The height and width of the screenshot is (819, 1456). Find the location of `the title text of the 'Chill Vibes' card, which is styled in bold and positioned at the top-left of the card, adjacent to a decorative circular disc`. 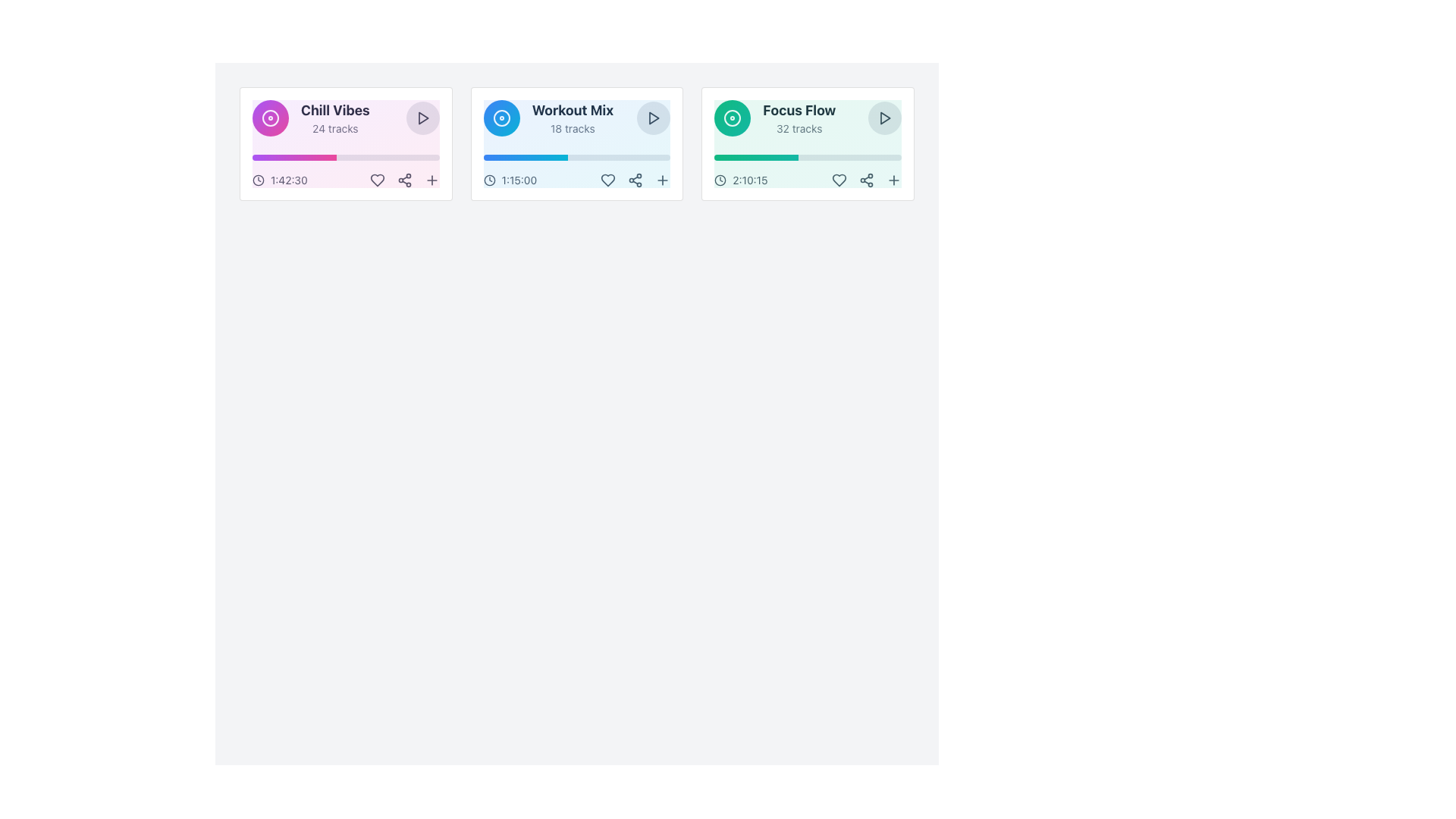

the title text of the 'Chill Vibes' card, which is styled in bold and positioned at the top-left of the card, adjacent to a decorative circular disc is located at coordinates (310, 117).